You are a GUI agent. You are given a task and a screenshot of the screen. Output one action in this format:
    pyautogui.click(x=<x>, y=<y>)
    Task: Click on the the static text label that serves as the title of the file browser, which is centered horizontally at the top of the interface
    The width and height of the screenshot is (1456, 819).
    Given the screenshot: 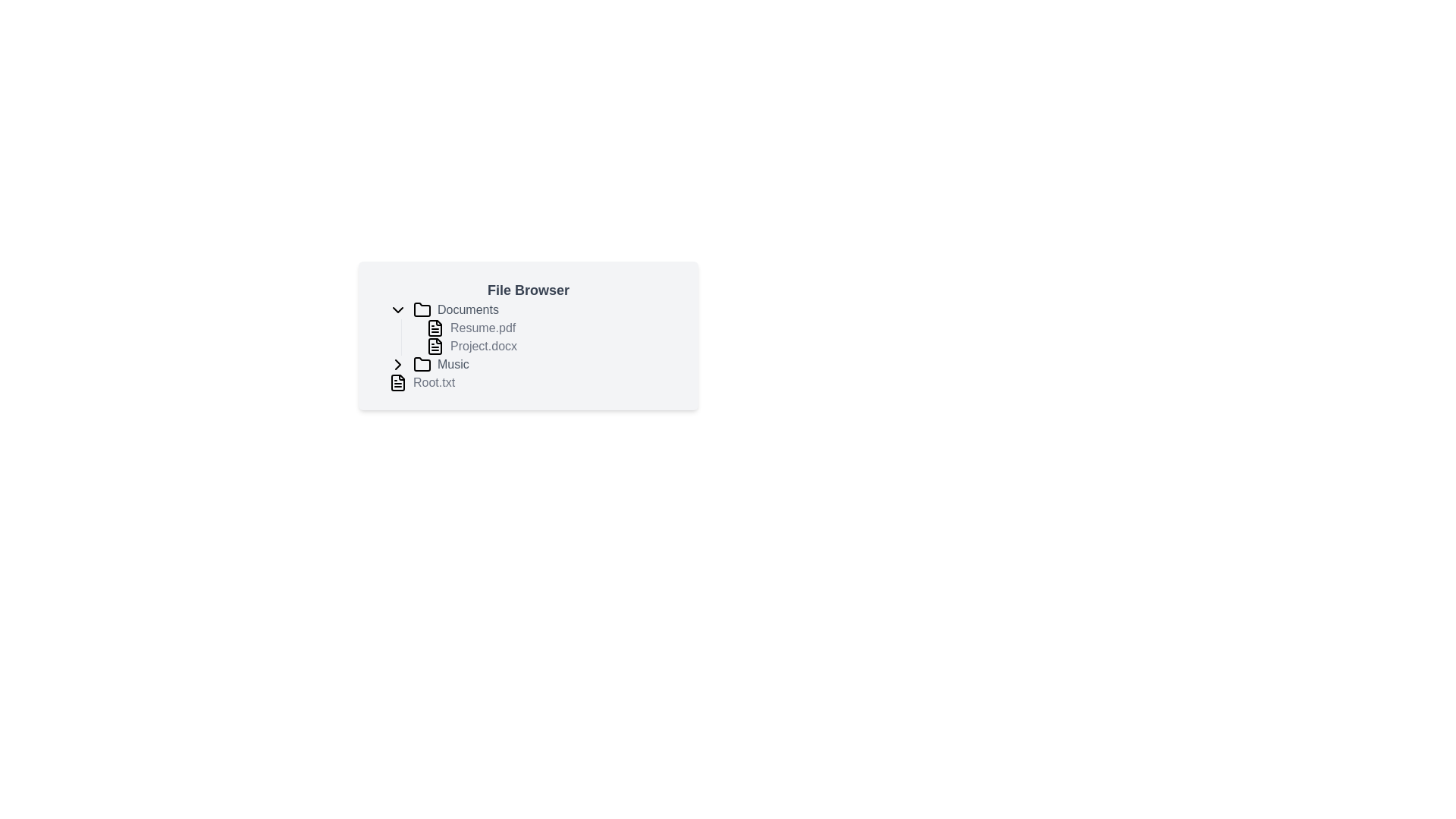 What is the action you would take?
    pyautogui.click(x=528, y=290)
    